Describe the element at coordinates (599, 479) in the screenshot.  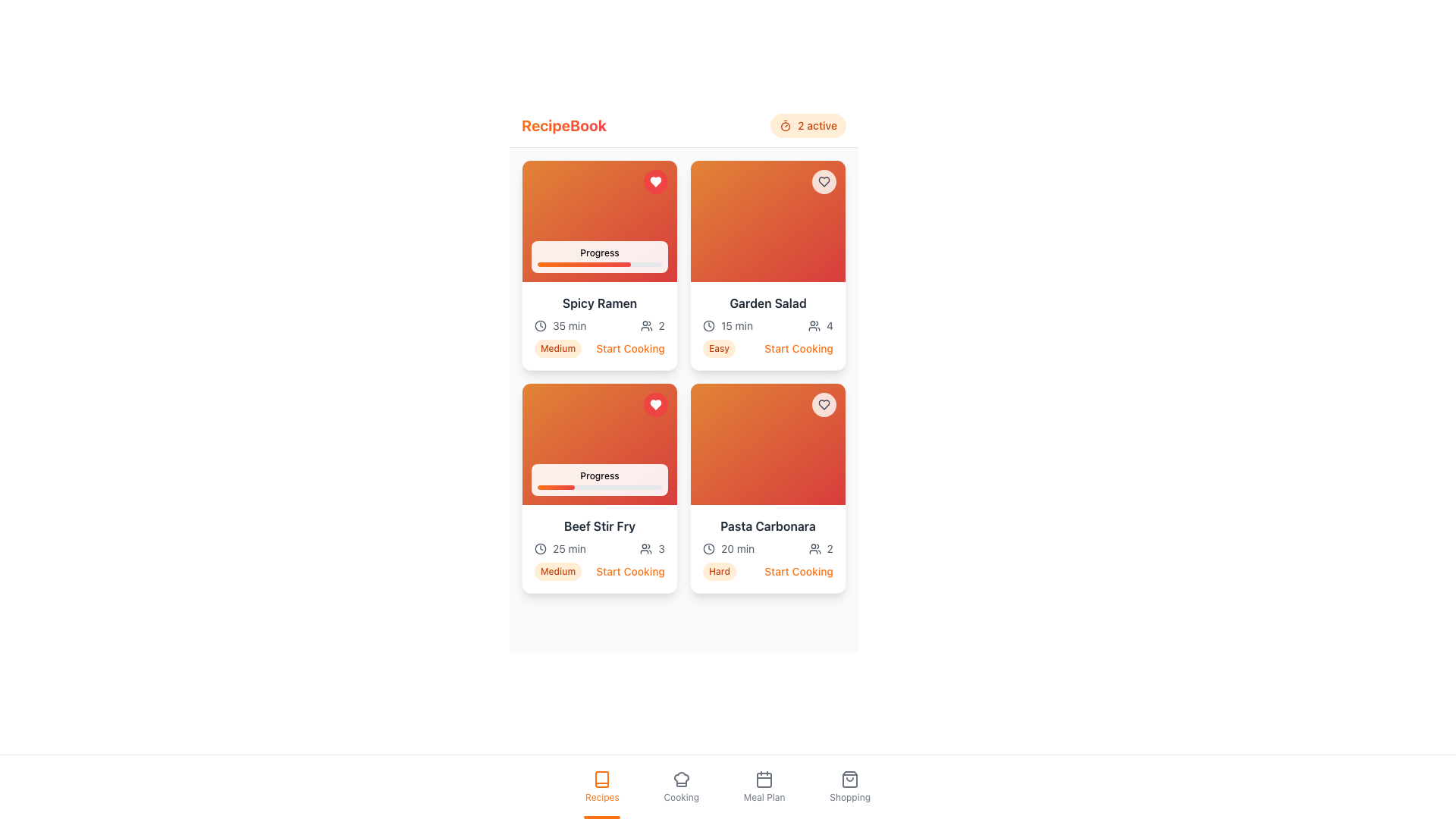
I see `the progress level indicated by the Progress Indicator labeled 'Progress' located in the bottom section of the 'Beef Stir Fry' card, positioned in the second row, first column of the grid layout` at that location.